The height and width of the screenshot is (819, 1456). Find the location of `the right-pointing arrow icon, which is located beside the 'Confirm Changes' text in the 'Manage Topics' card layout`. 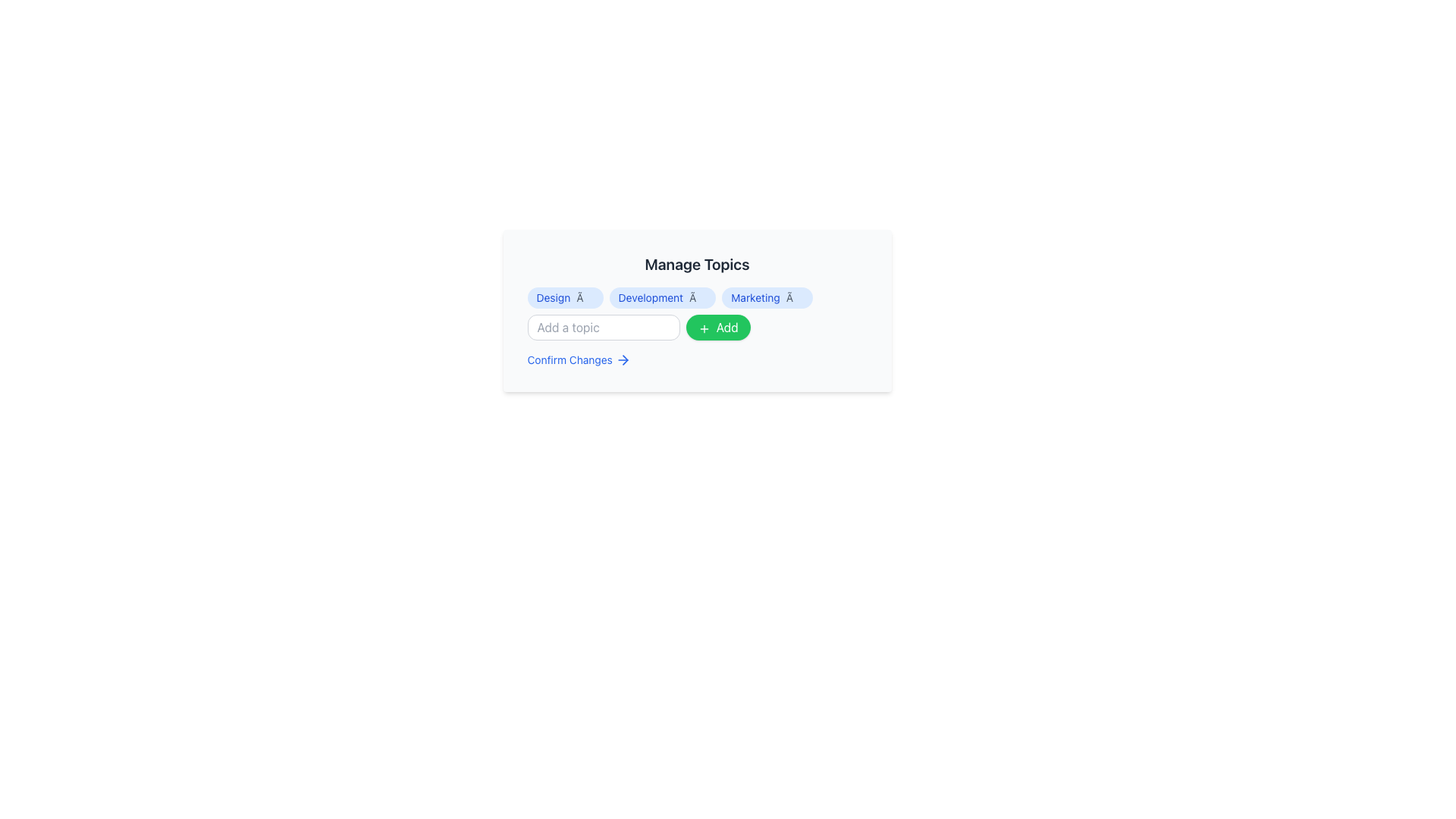

the right-pointing arrow icon, which is located beside the 'Confirm Changes' text in the 'Manage Topics' card layout is located at coordinates (625, 359).